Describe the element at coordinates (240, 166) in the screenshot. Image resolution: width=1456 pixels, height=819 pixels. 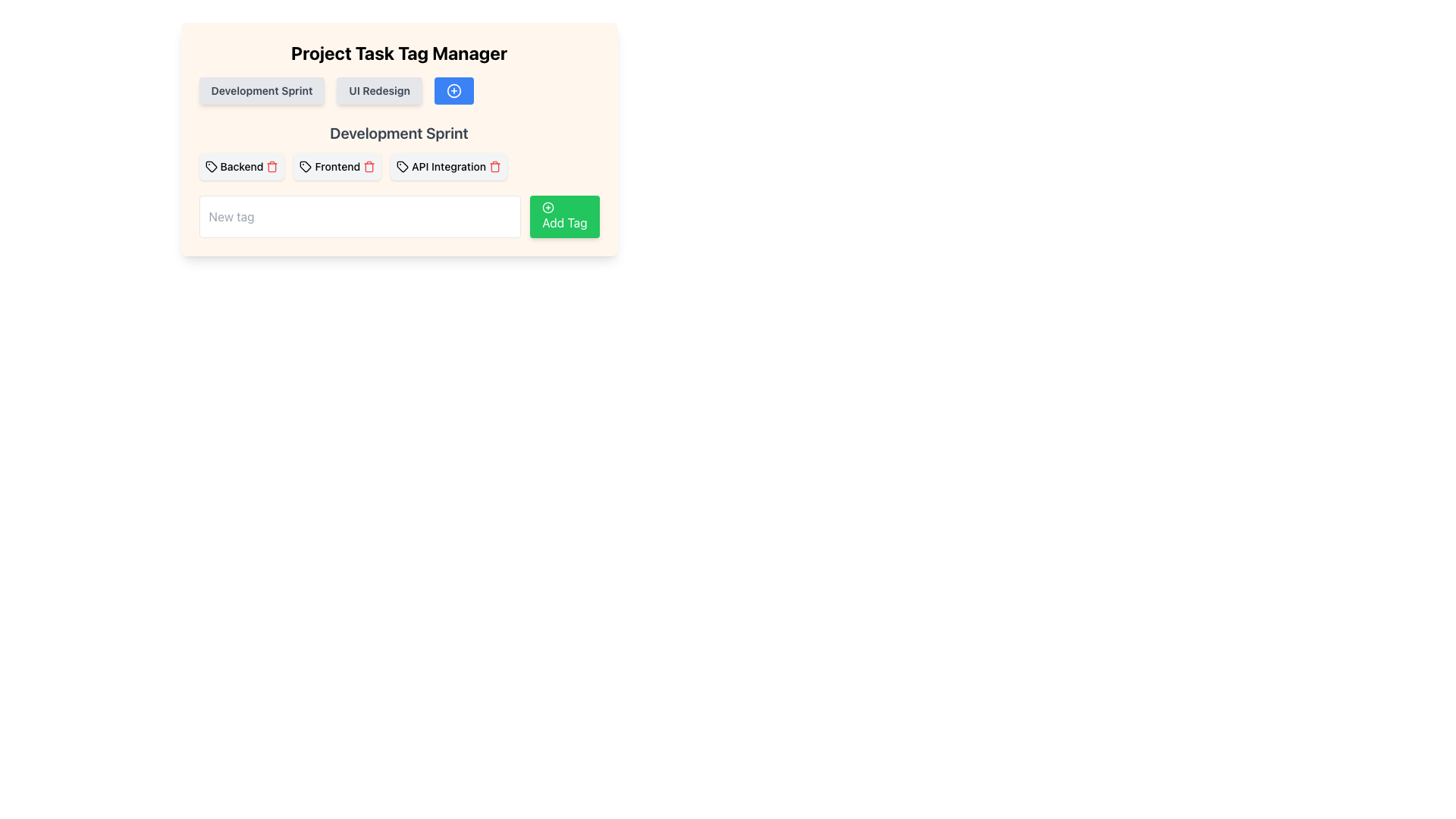
I see `the Badge with the action icon labeled 'Backend' in the 'Development Sprint' section, which is the leftmost badge among similar badges` at that location.